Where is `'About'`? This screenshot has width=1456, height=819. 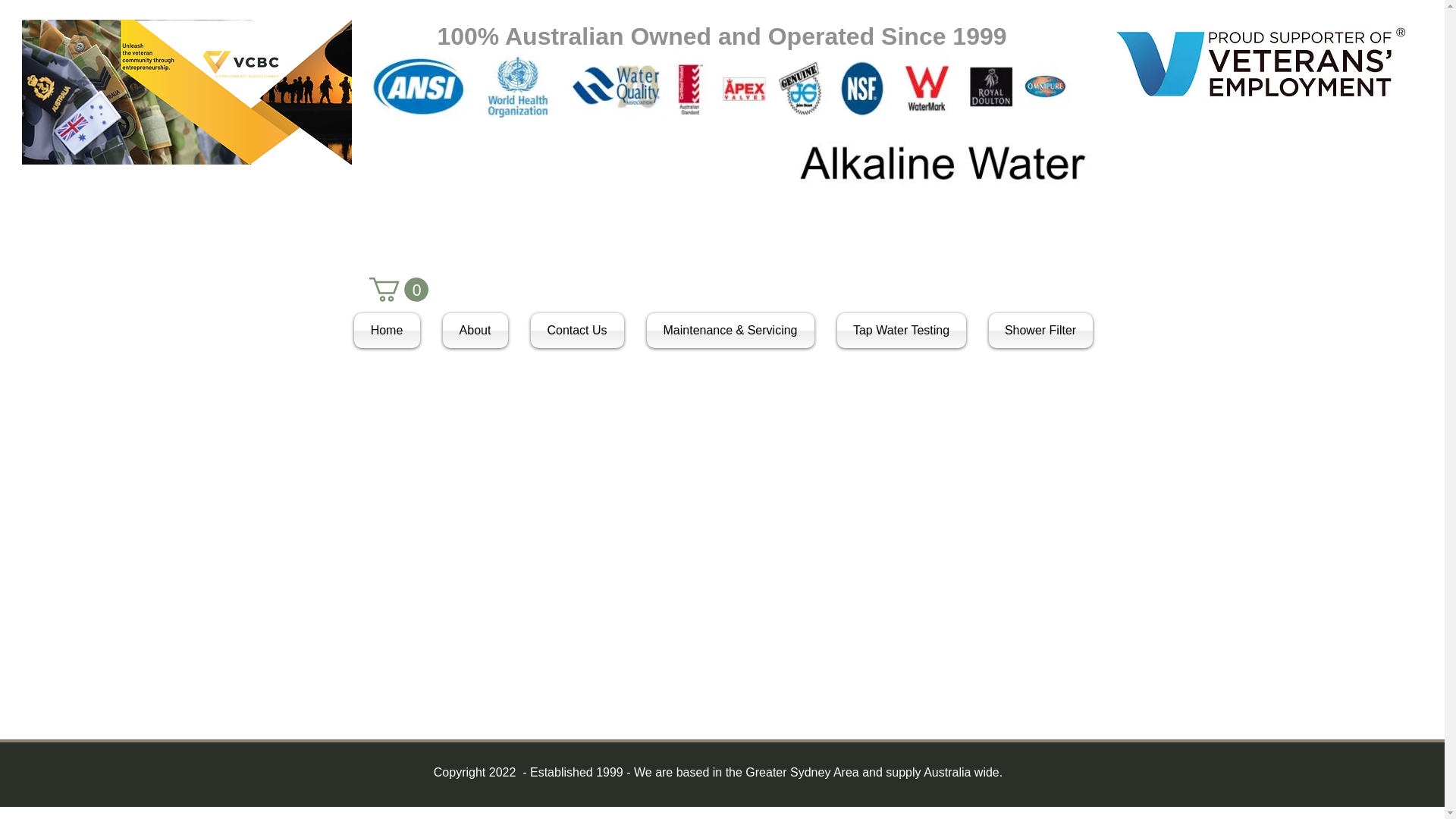 'About' is located at coordinates (473, 329).